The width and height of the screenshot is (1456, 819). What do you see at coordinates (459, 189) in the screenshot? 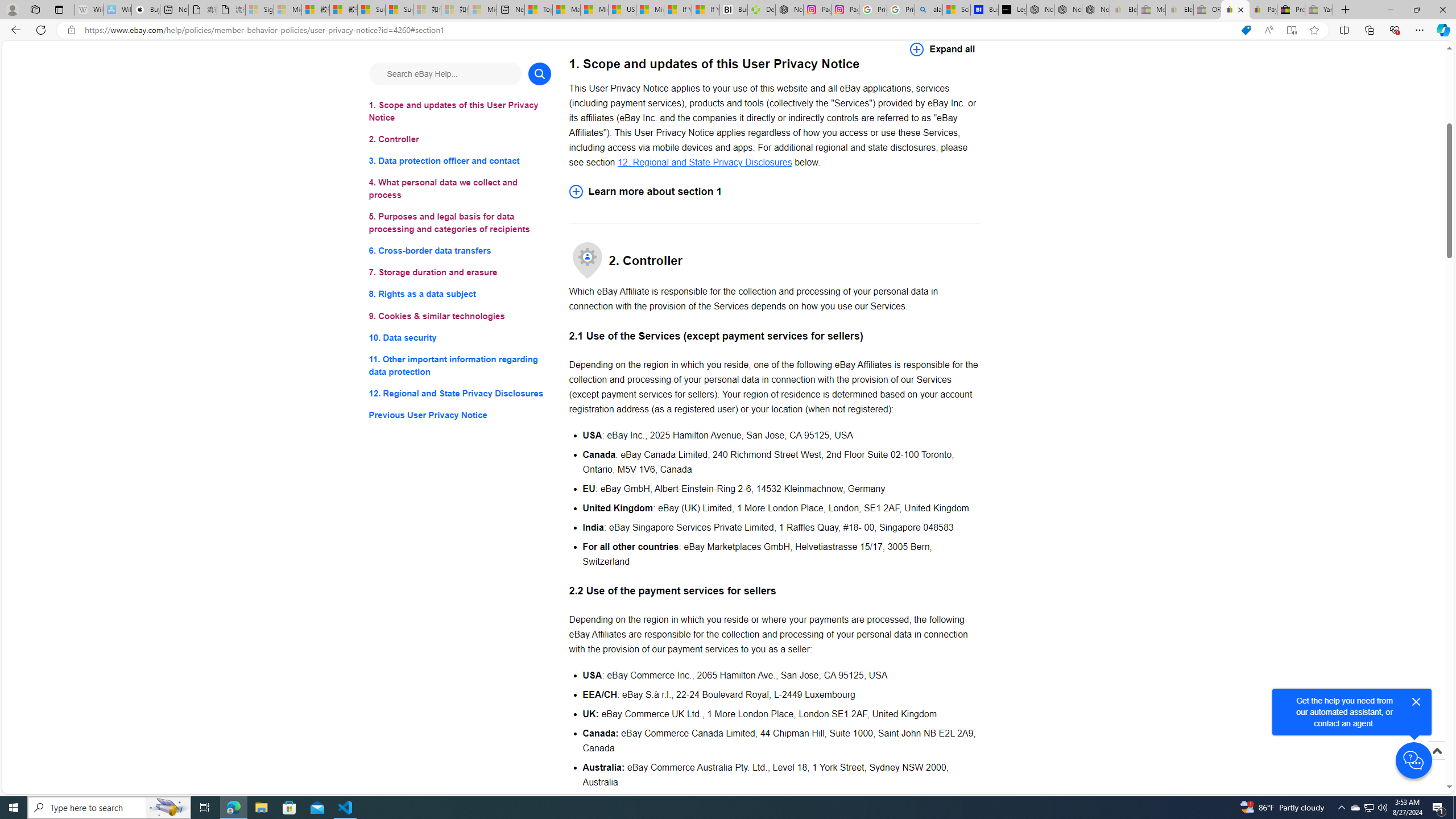
I see `'4. What personal data we collect and process'` at bounding box center [459, 189].